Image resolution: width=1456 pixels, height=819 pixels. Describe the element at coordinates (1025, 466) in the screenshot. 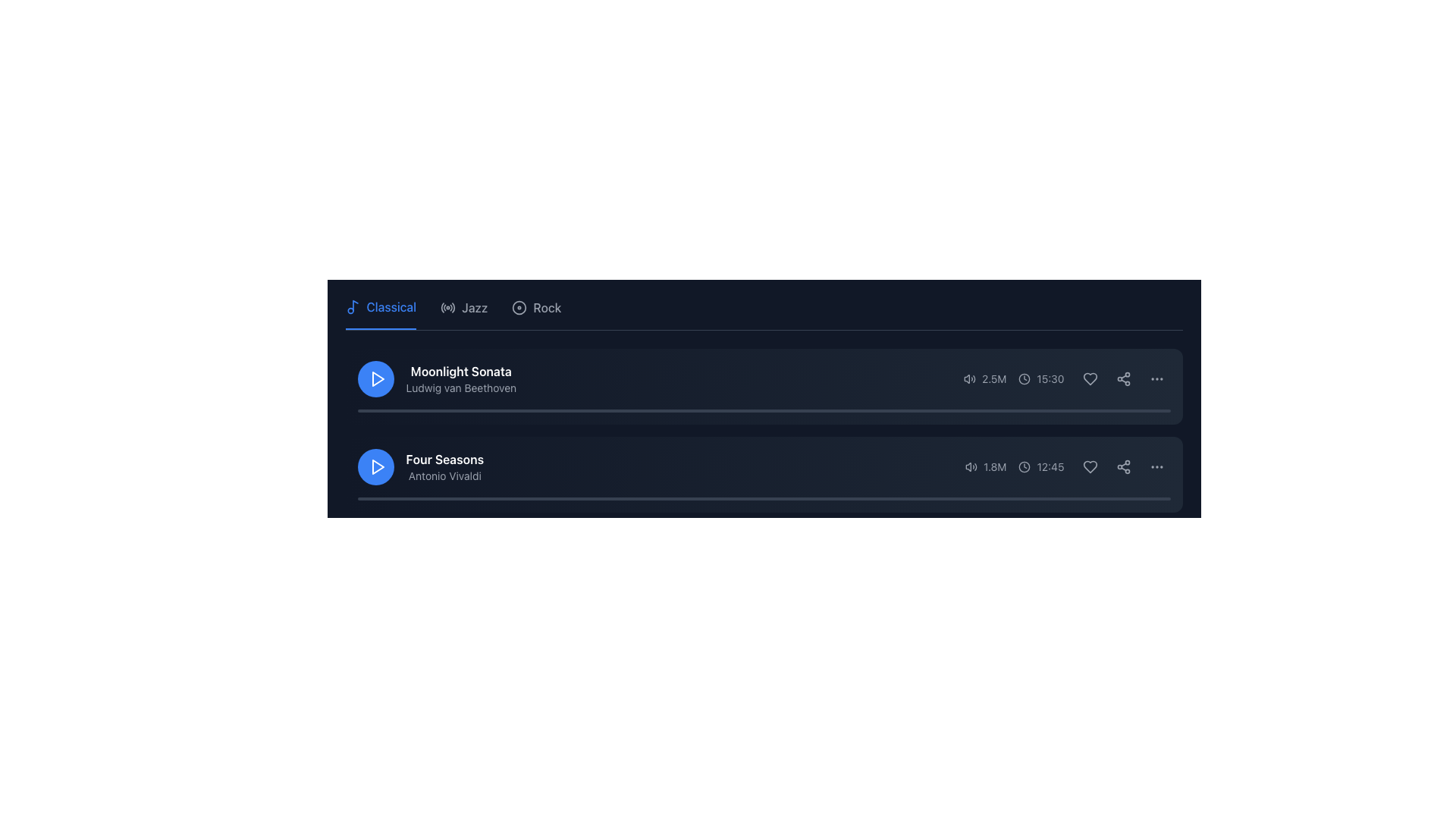

I see `the clock icon with a minimalistic outline design located to the left of the time text '12:45' in the lower right section of the 'Four Seasons' card` at that location.